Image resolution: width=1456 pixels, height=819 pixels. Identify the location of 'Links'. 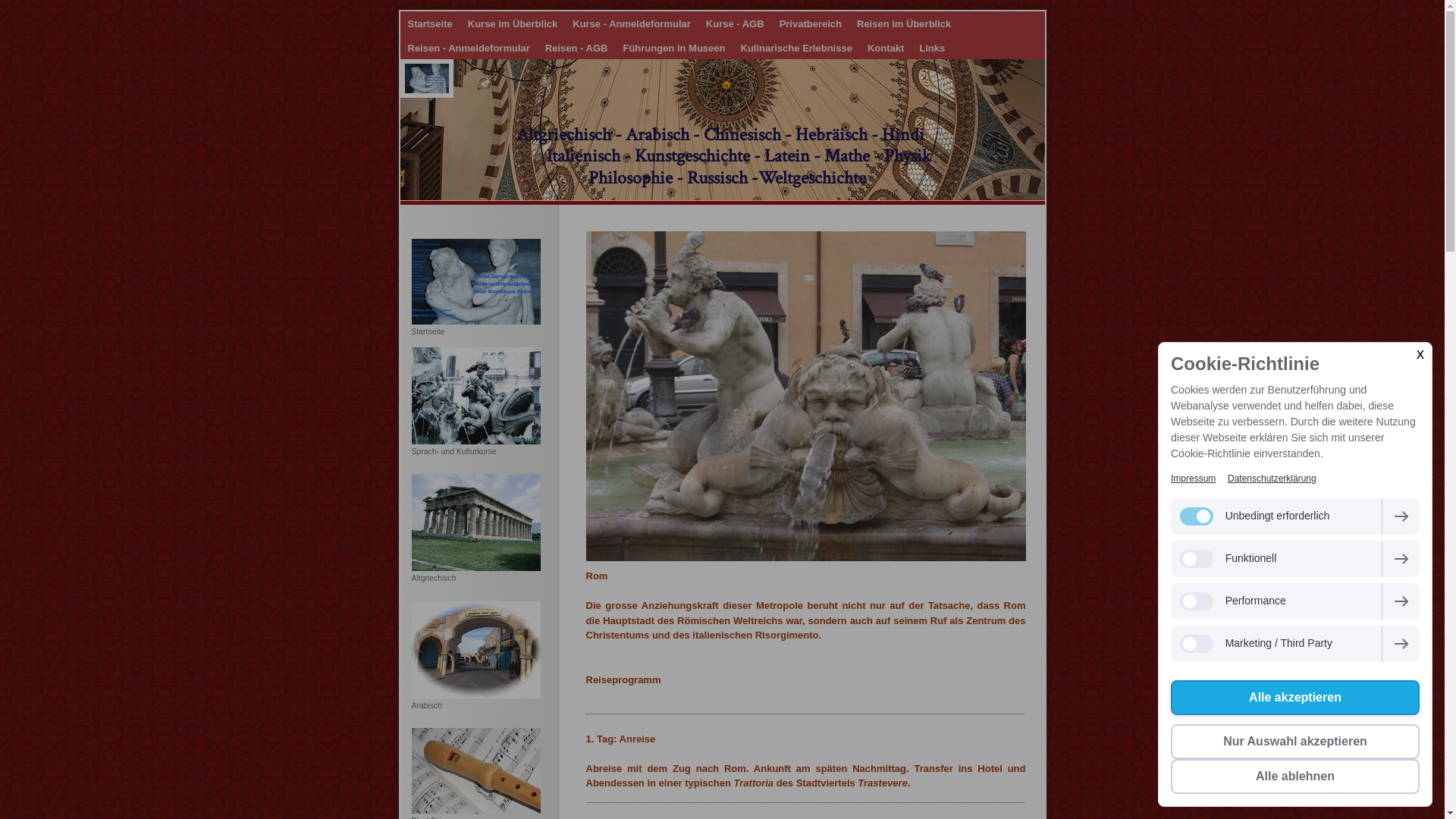
(930, 46).